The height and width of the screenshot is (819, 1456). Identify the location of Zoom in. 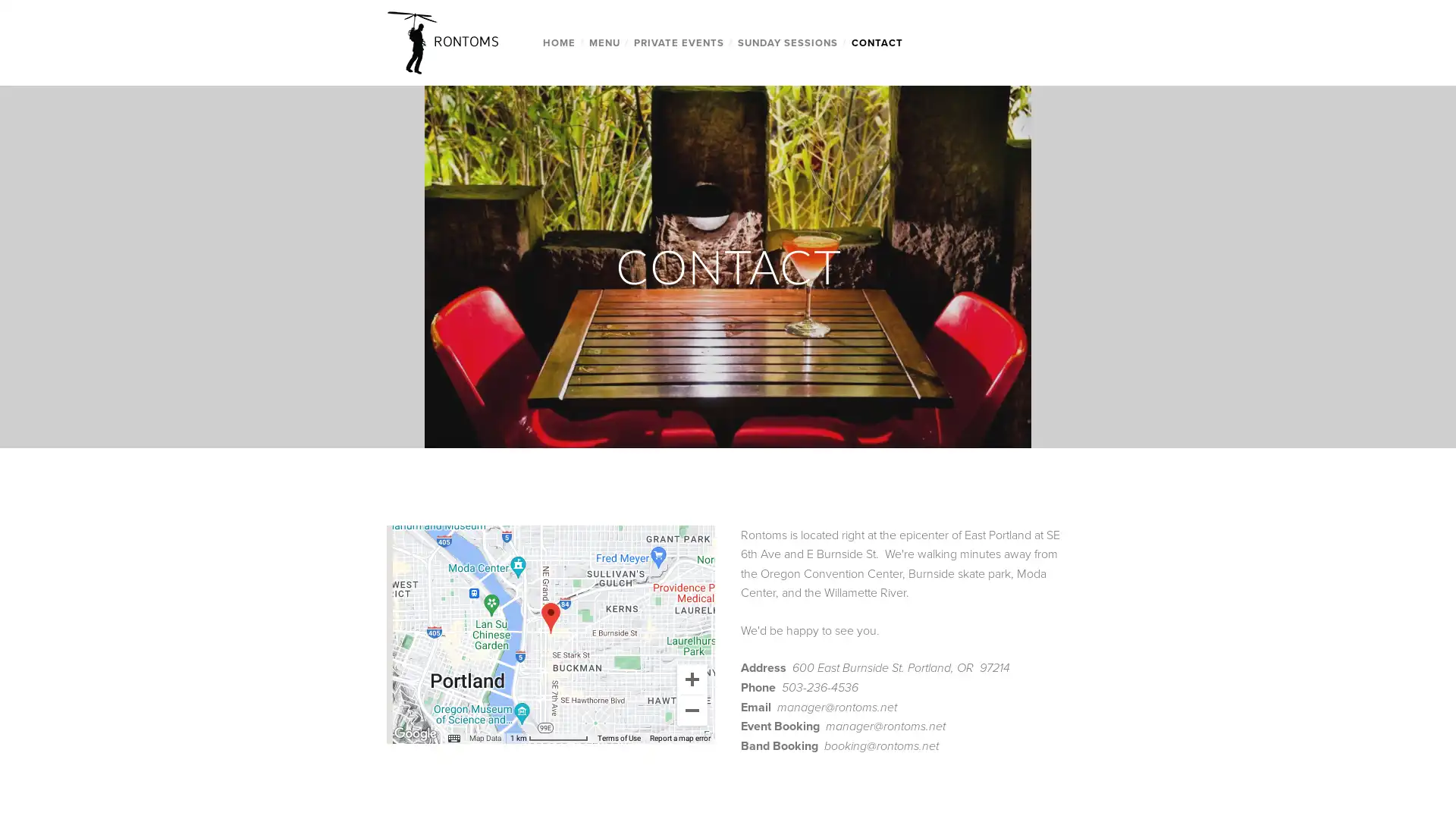
(691, 677).